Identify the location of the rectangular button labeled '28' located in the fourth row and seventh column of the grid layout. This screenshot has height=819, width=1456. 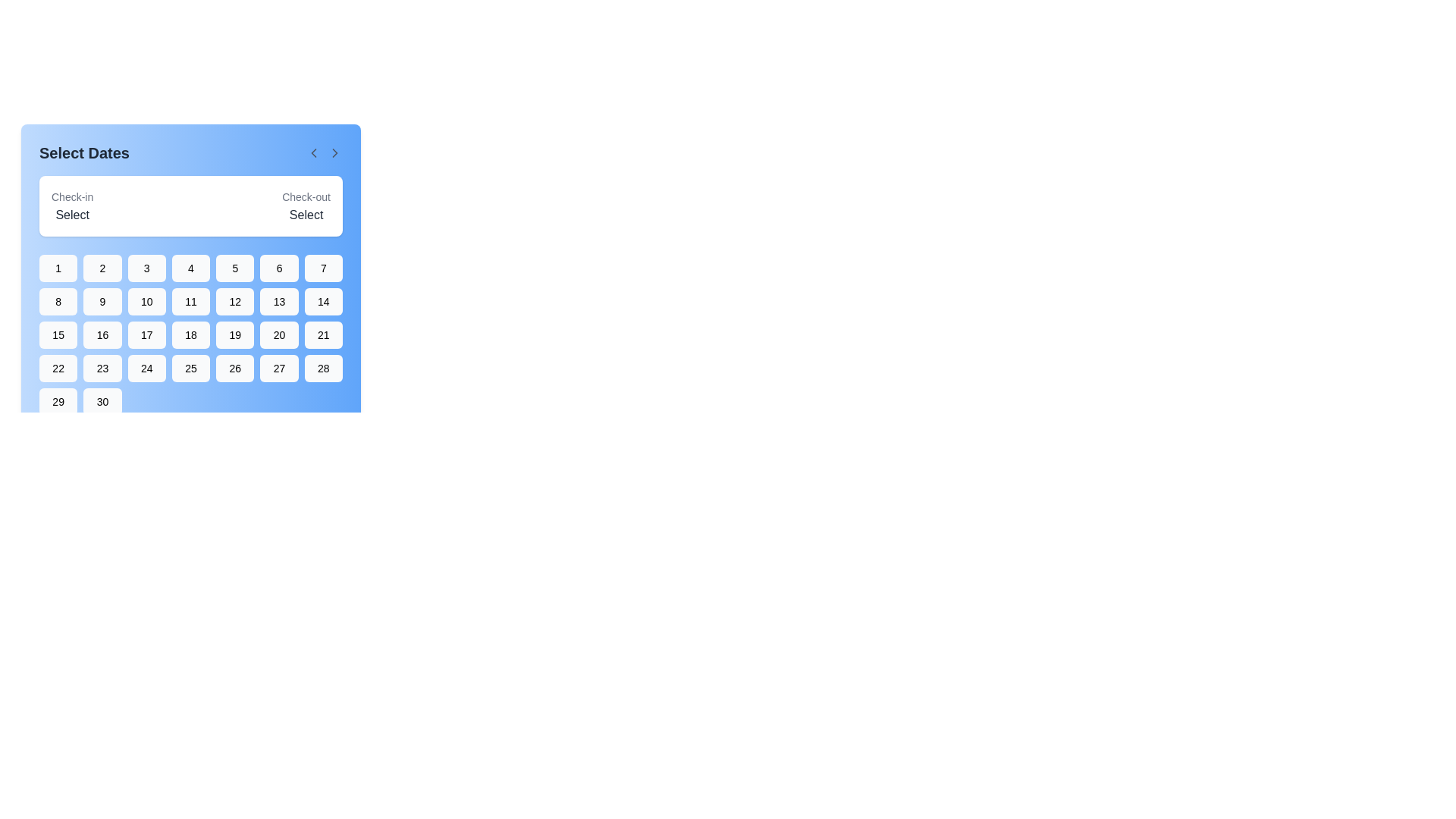
(322, 369).